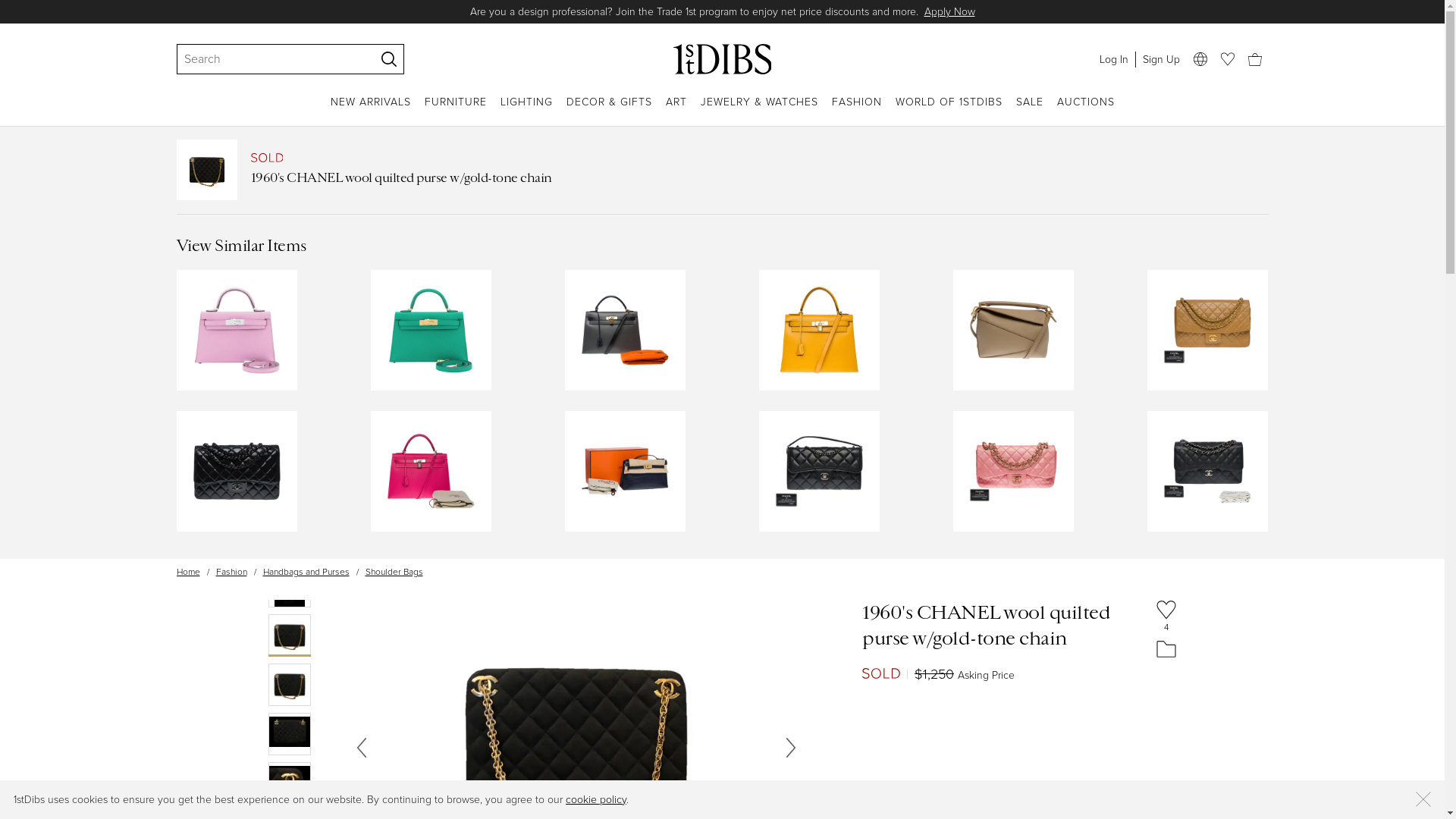  I want to click on 'SKIP TO MAIN CONTENT', so click(6, 6).